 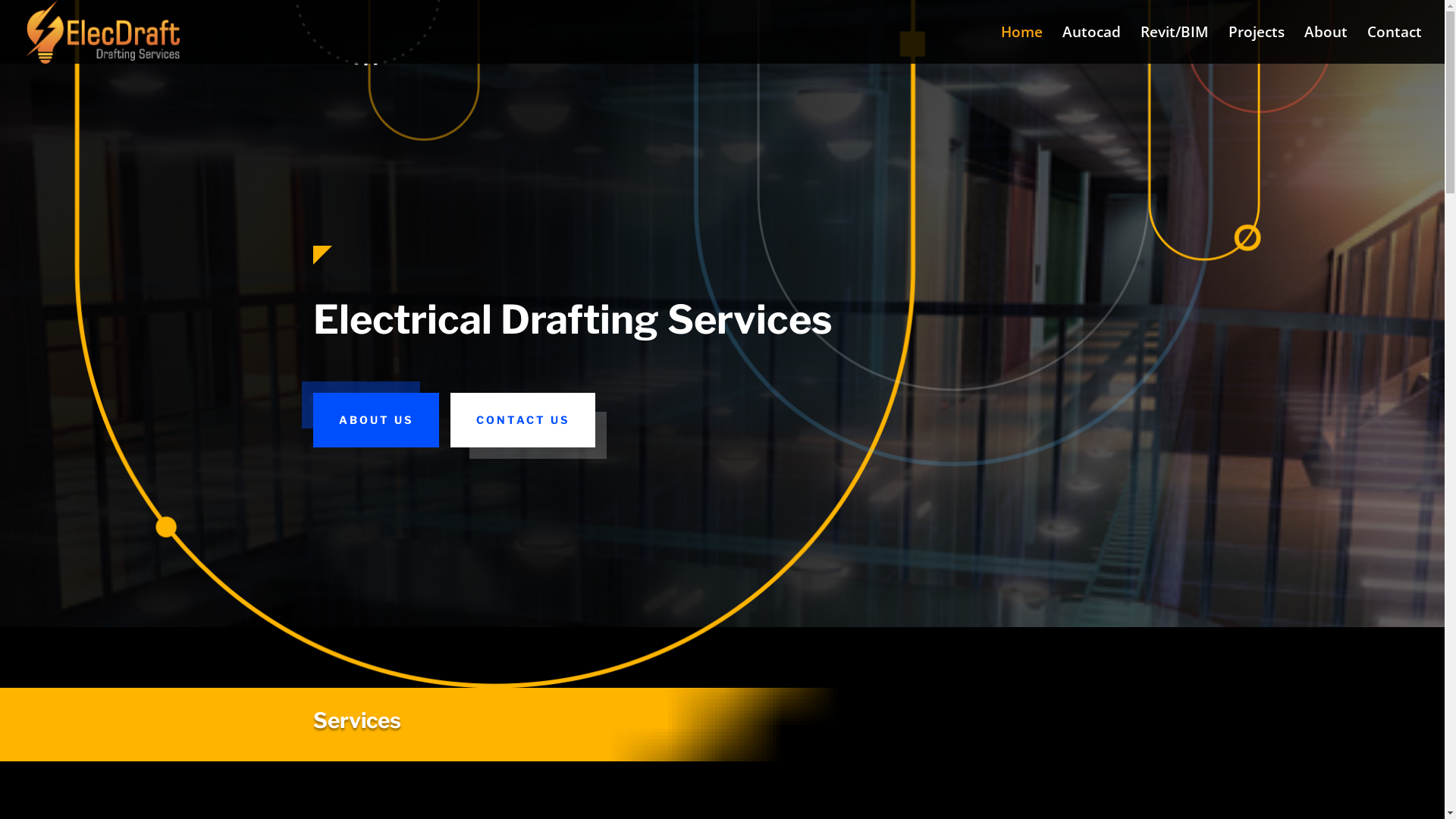 What do you see at coordinates (1394, 44) in the screenshot?
I see `'Contact'` at bounding box center [1394, 44].